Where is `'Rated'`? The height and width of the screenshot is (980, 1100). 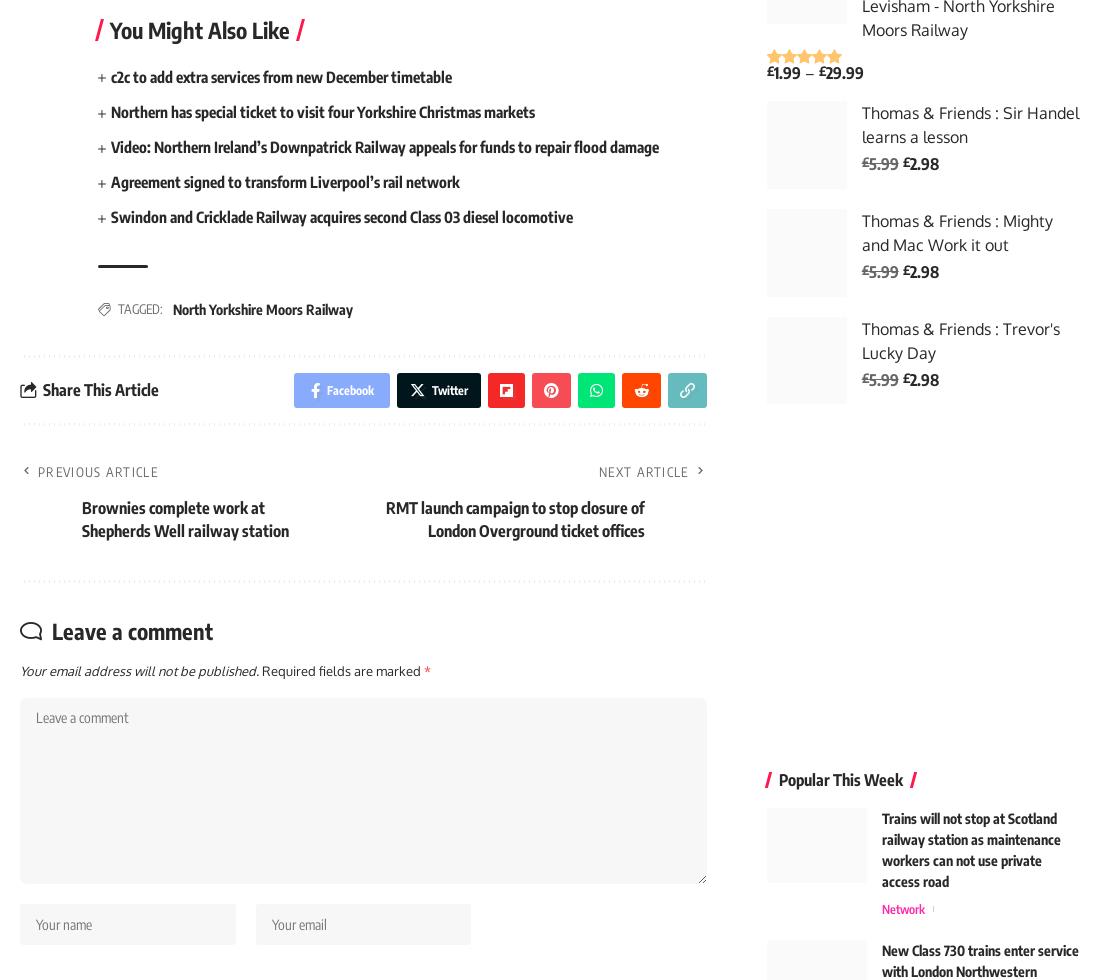
'Rated' is located at coordinates (784, 74).